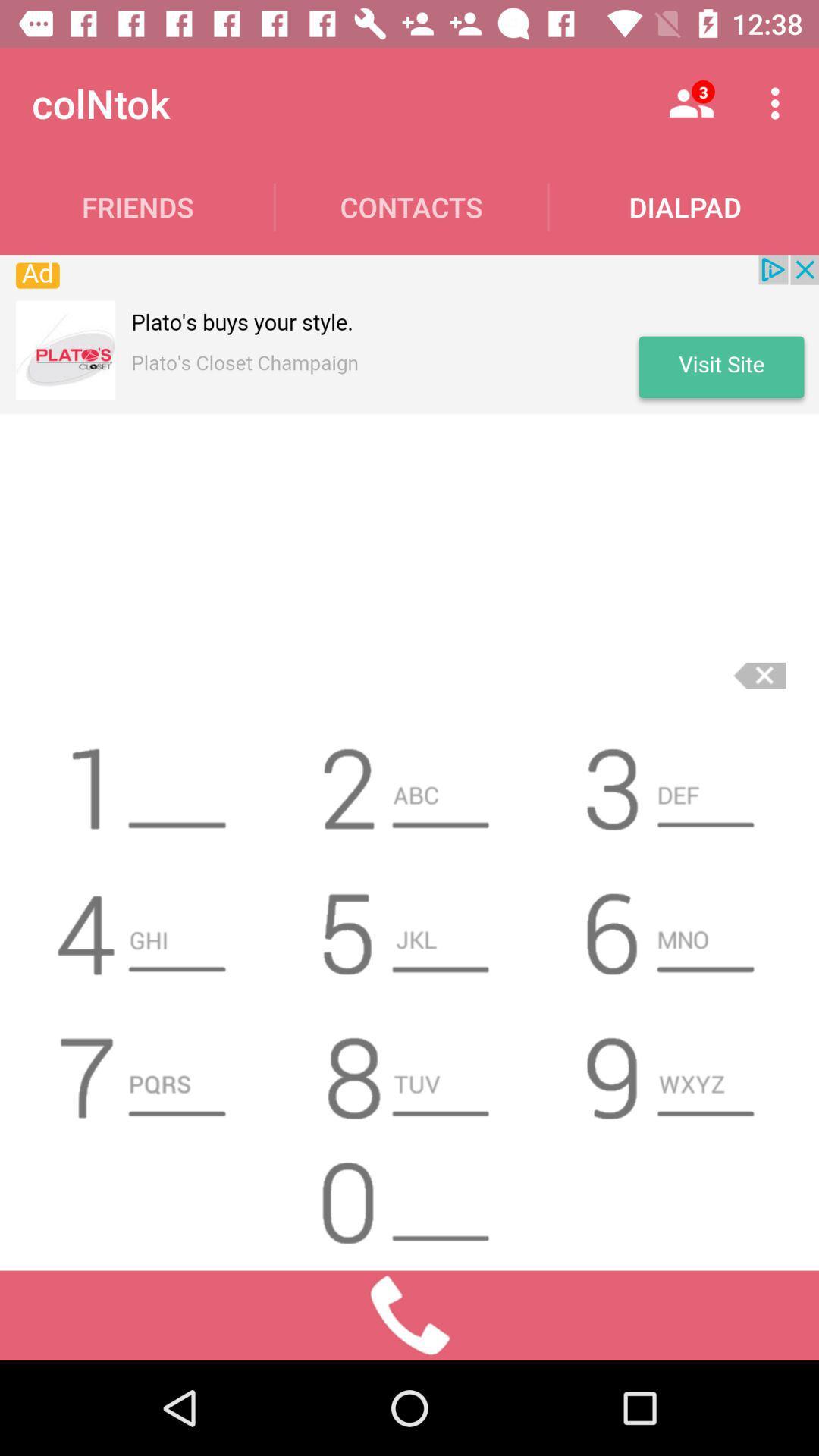 The image size is (819, 1456). I want to click on 8  icon, so click(409, 1071).